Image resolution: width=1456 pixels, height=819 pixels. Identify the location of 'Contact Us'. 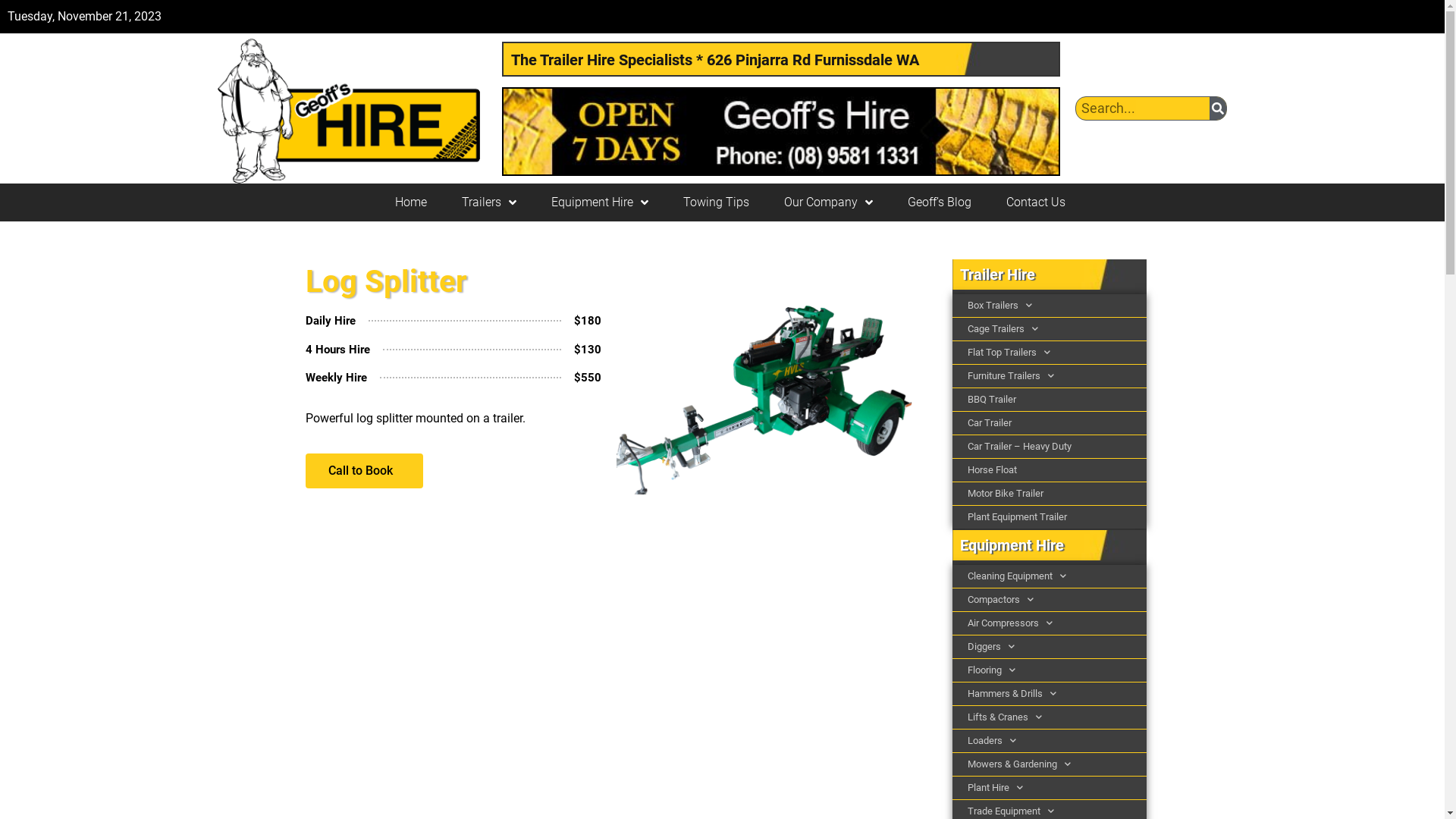
(1034, 201).